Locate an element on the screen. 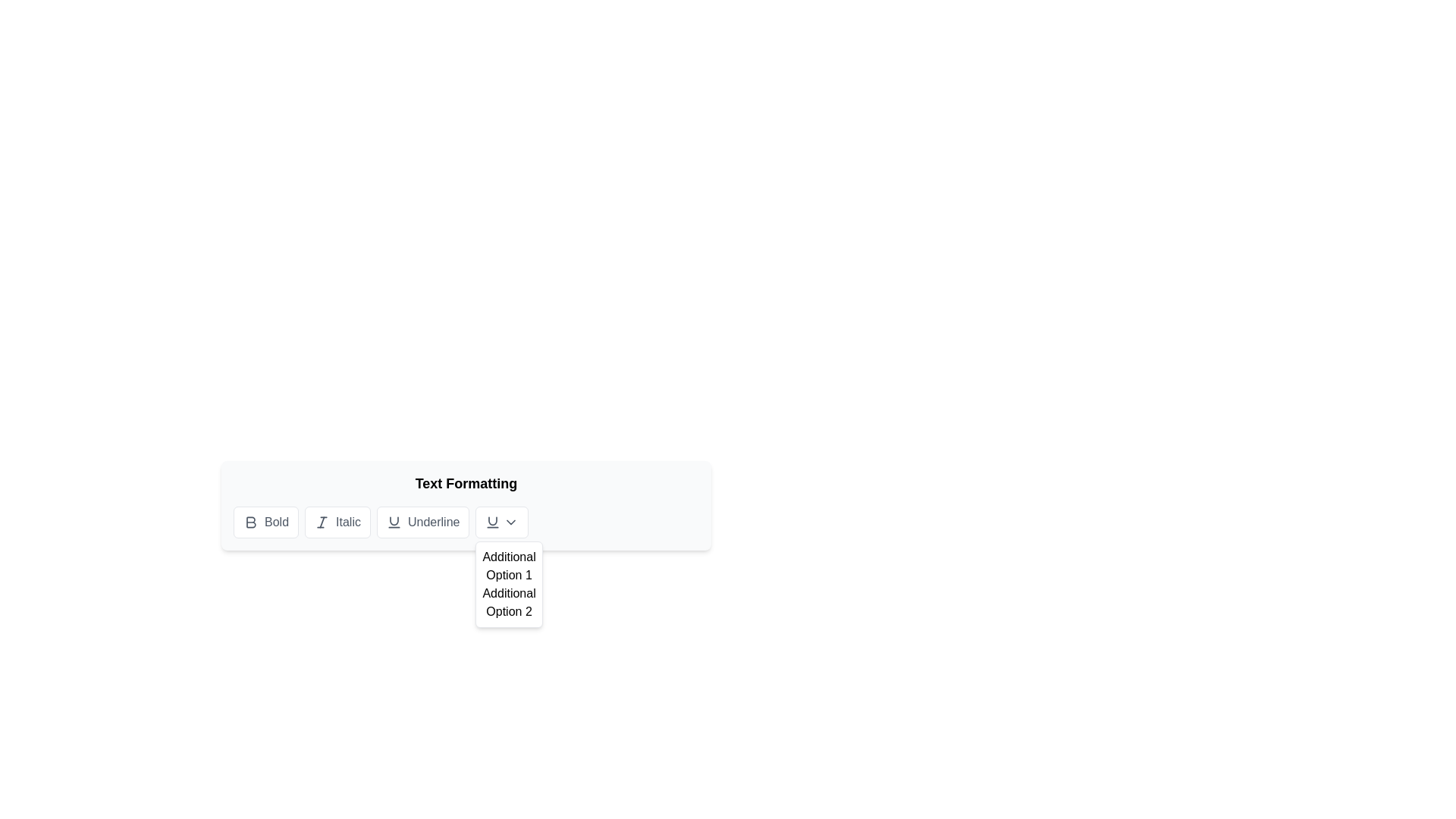 The image size is (1456, 819). the diagonal line component of the italic text styling icon located in the text formatting toolbar is located at coordinates (322, 522).